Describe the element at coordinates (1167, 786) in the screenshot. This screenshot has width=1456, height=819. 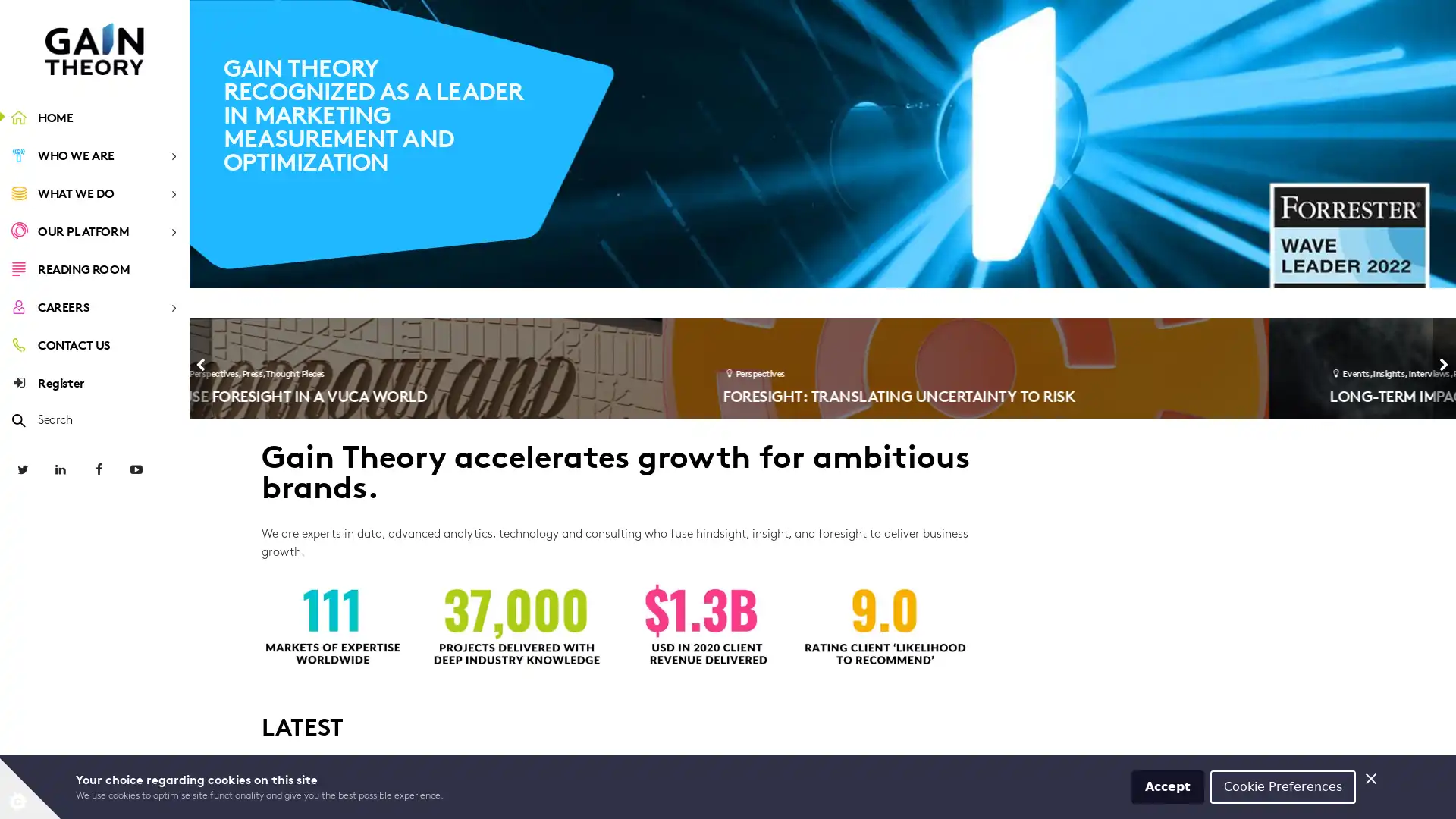
I see `Accept` at that location.